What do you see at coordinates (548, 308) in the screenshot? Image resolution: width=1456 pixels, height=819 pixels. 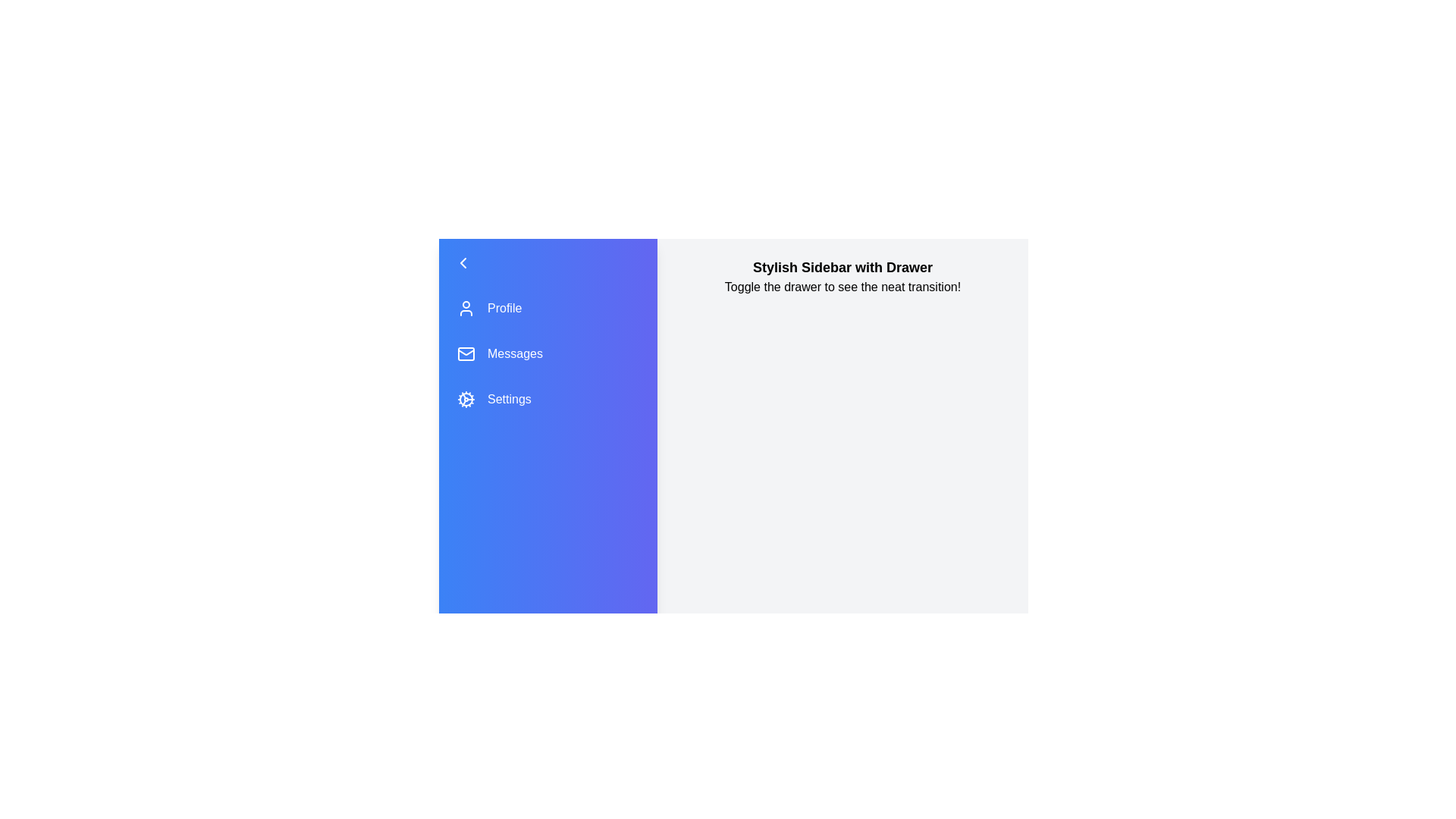 I see `the menu item Profile from the sidebar` at bounding box center [548, 308].